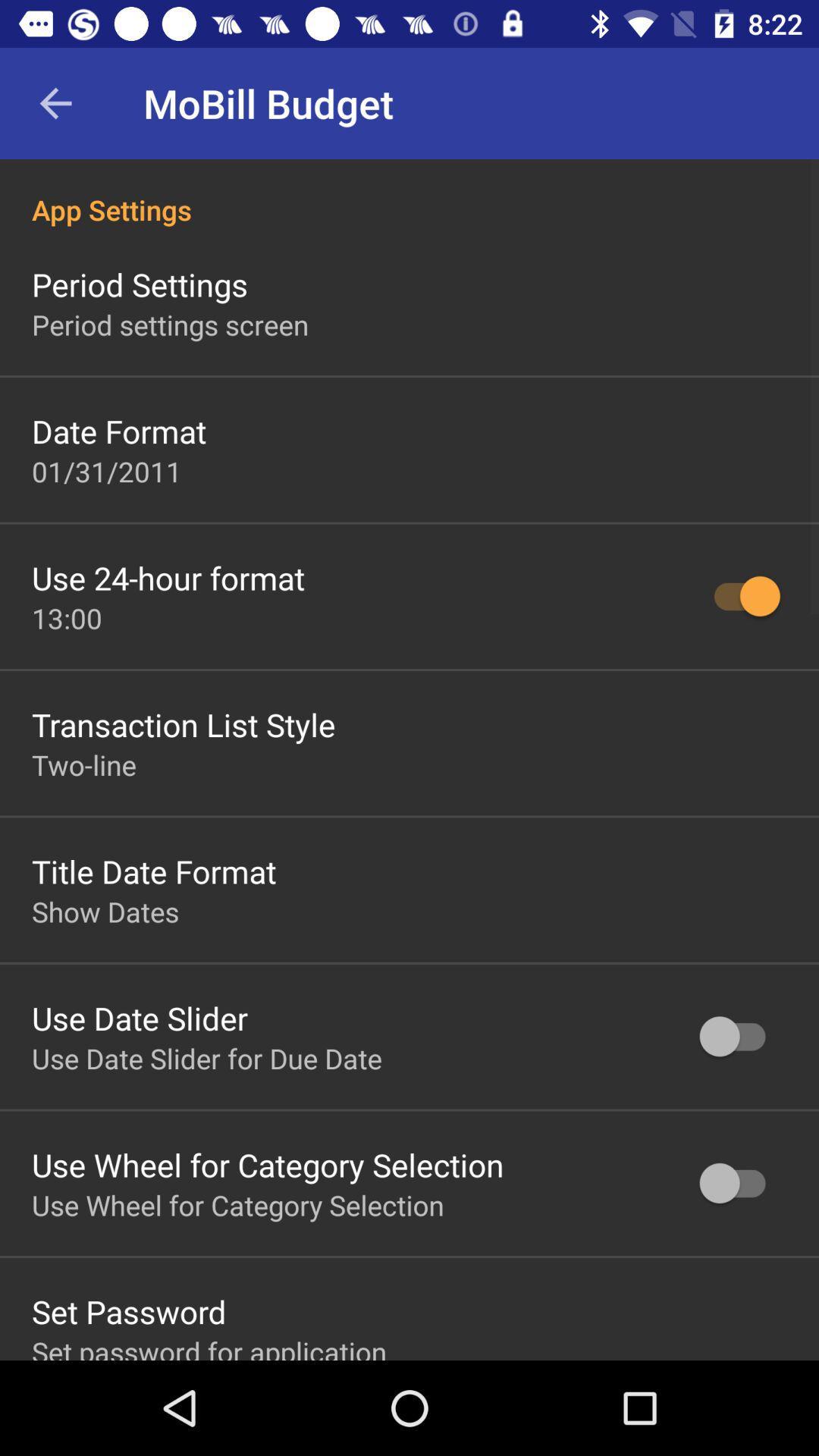 The width and height of the screenshot is (819, 1456). I want to click on the icon to the left of mobill budget item, so click(55, 102).